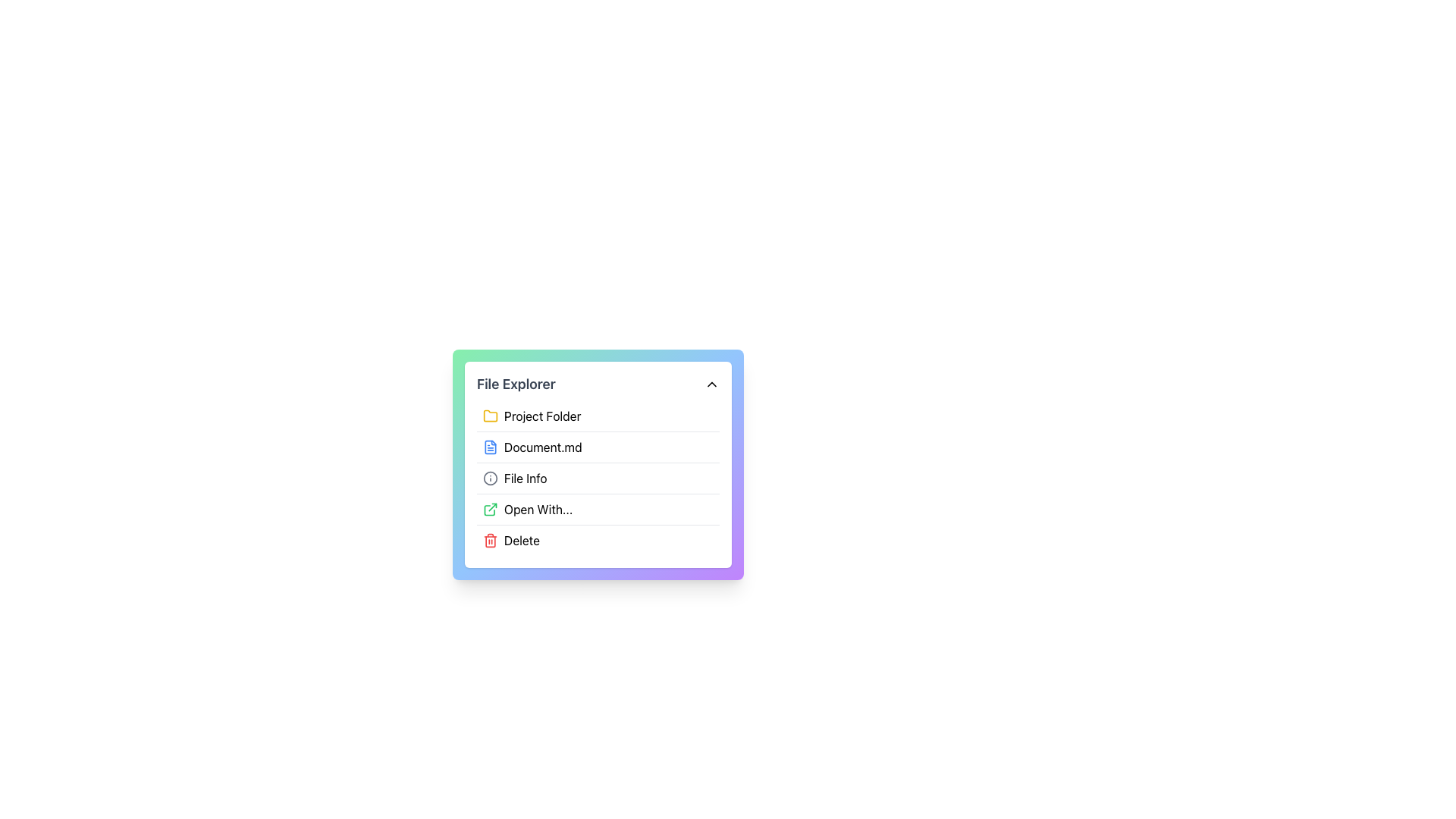 Image resolution: width=1456 pixels, height=819 pixels. Describe the element at coordinates (538, 509) in the screenshot. I see `the 'Open With...' label` at that location.